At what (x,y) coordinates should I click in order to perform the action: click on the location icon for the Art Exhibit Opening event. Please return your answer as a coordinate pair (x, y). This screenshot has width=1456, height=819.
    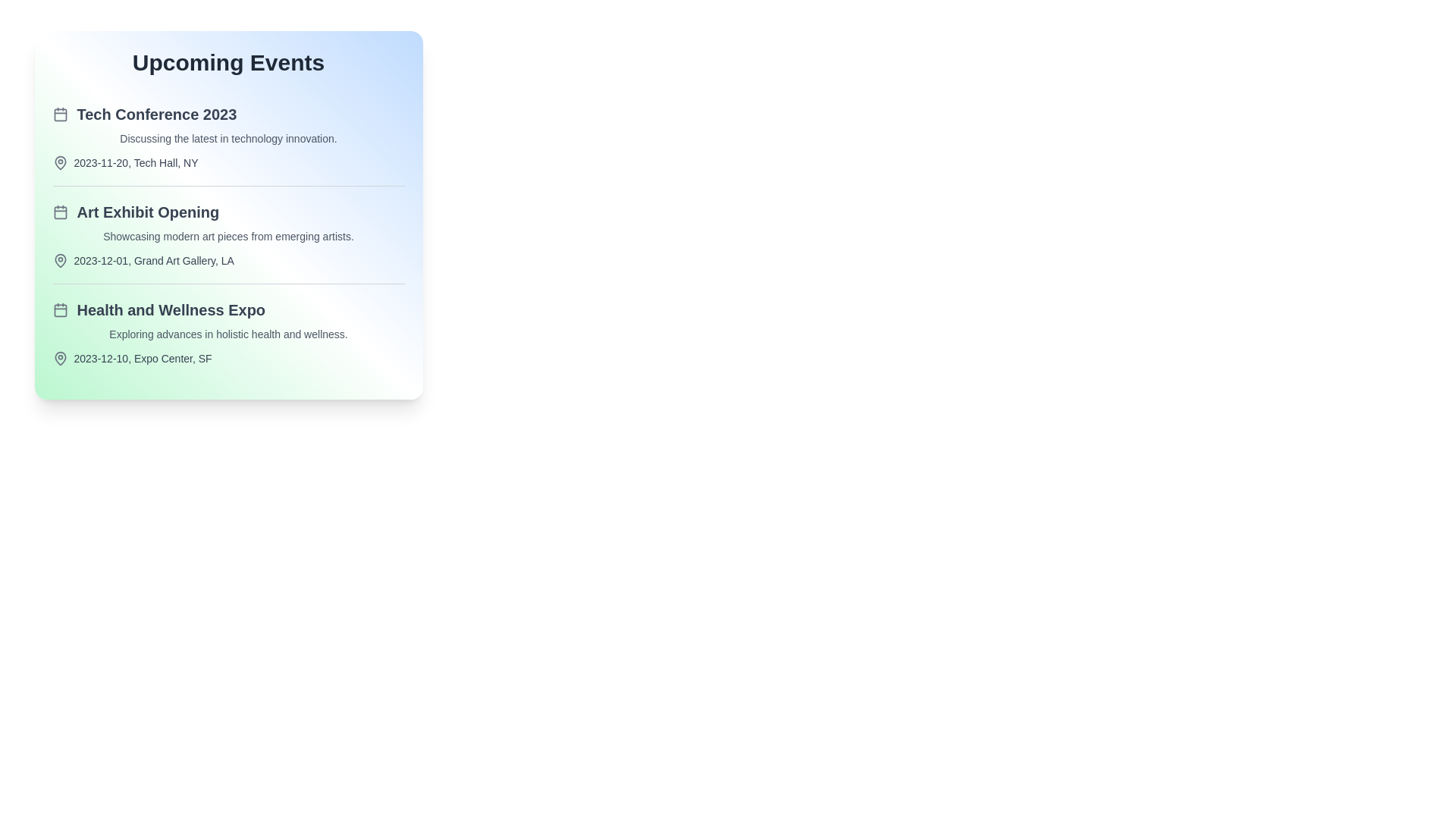
    Looking at the image, I should click on (60, 259).